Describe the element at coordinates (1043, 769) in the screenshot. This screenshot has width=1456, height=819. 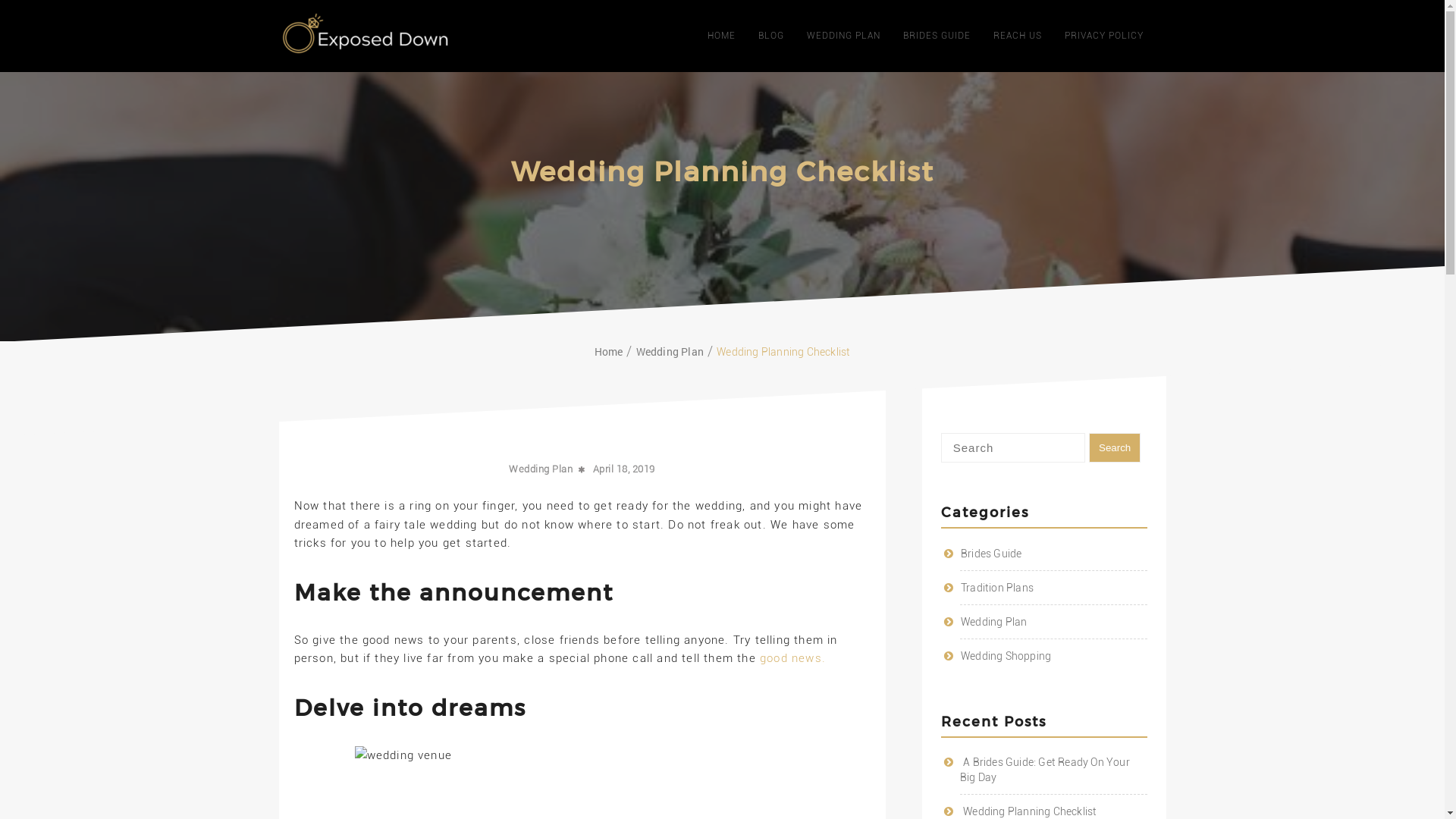
I see `'A Brides Guide: Get Ready On Your Big Day'` at that location.